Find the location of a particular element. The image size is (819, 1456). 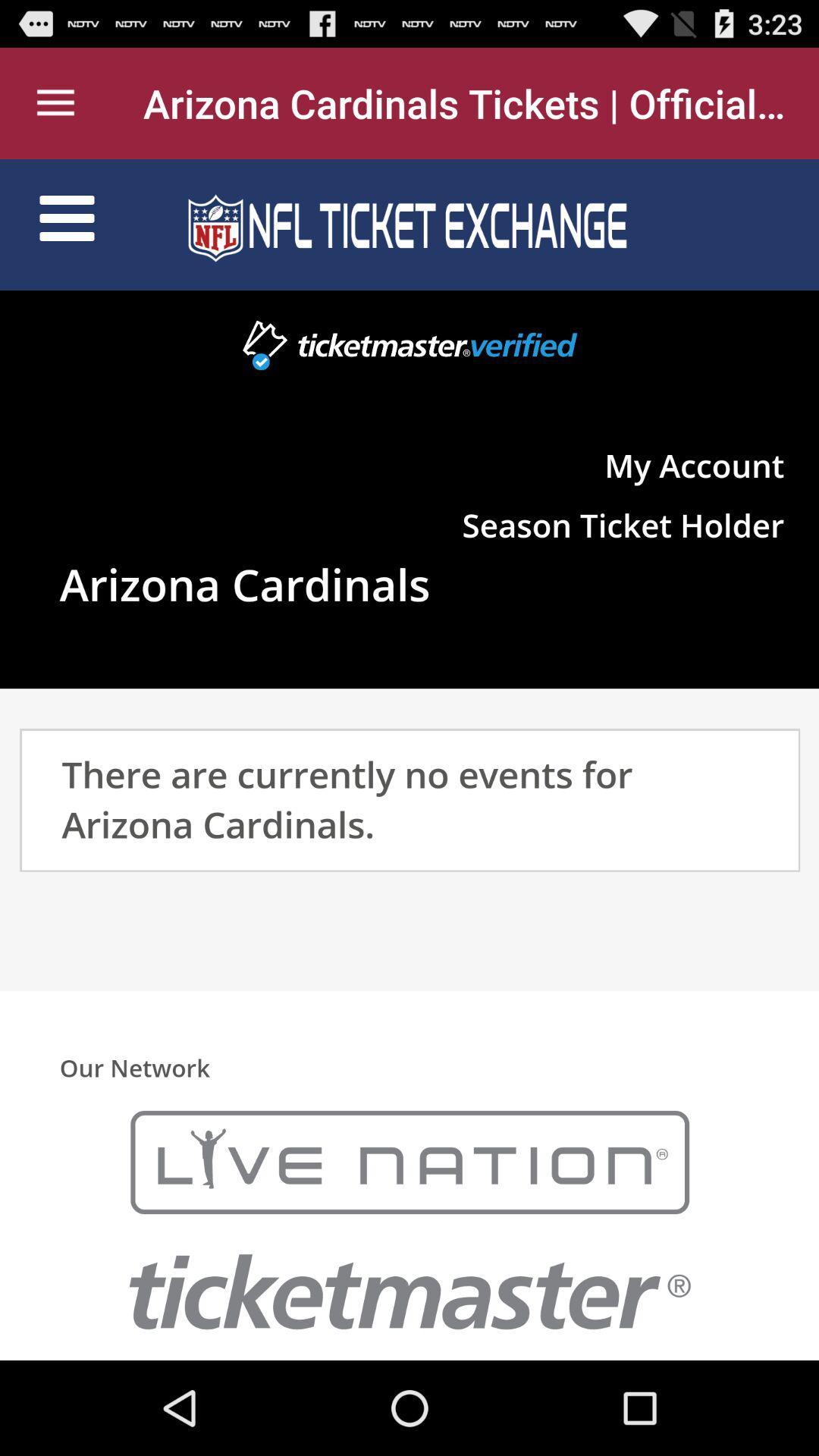

navigation area is located at coordinates (409, 760).